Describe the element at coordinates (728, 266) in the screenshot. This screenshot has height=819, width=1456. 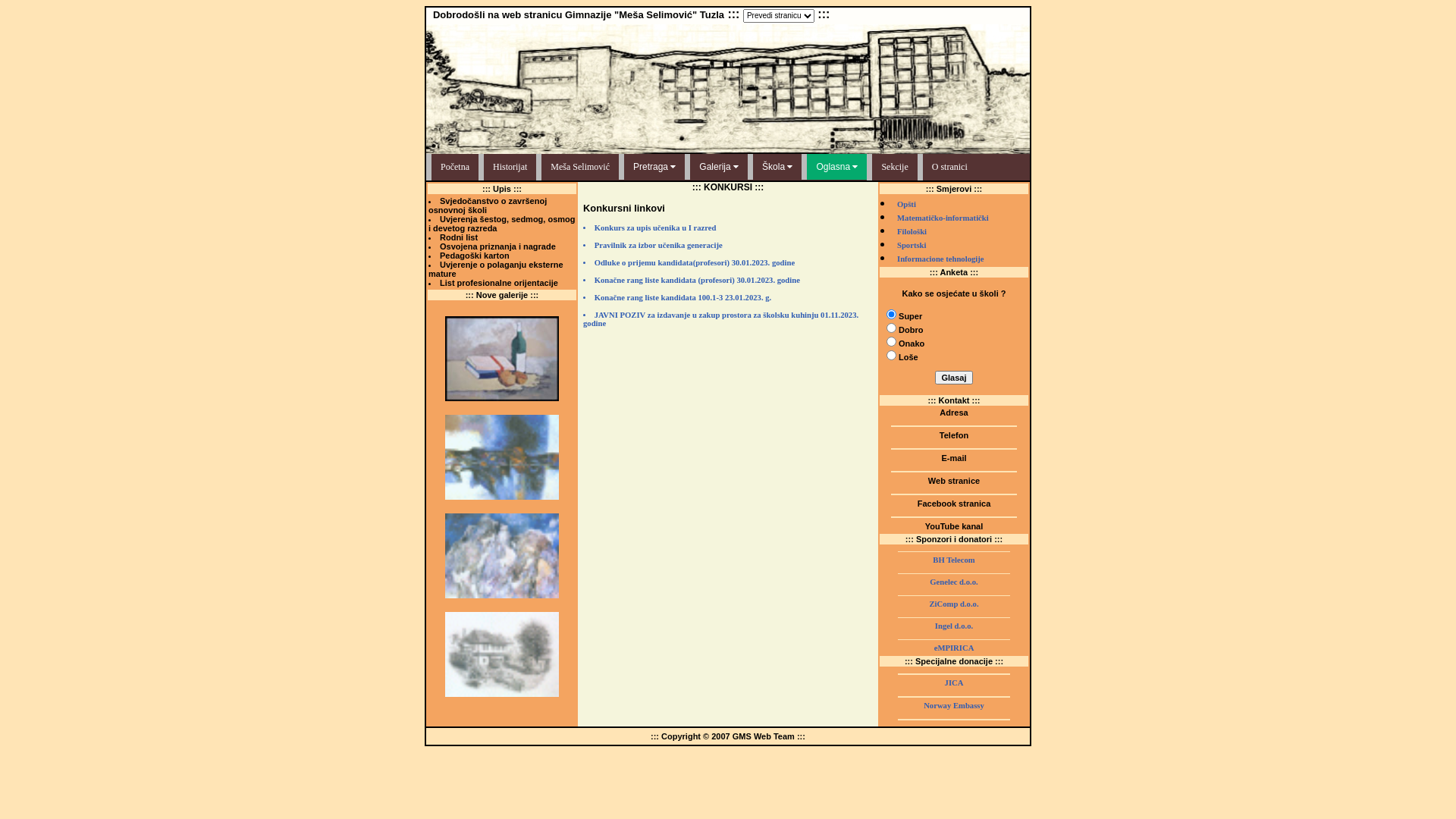
I see `'Odluke o prijemu kandidata(profesori) 30.01.2023. godine'` at that location.